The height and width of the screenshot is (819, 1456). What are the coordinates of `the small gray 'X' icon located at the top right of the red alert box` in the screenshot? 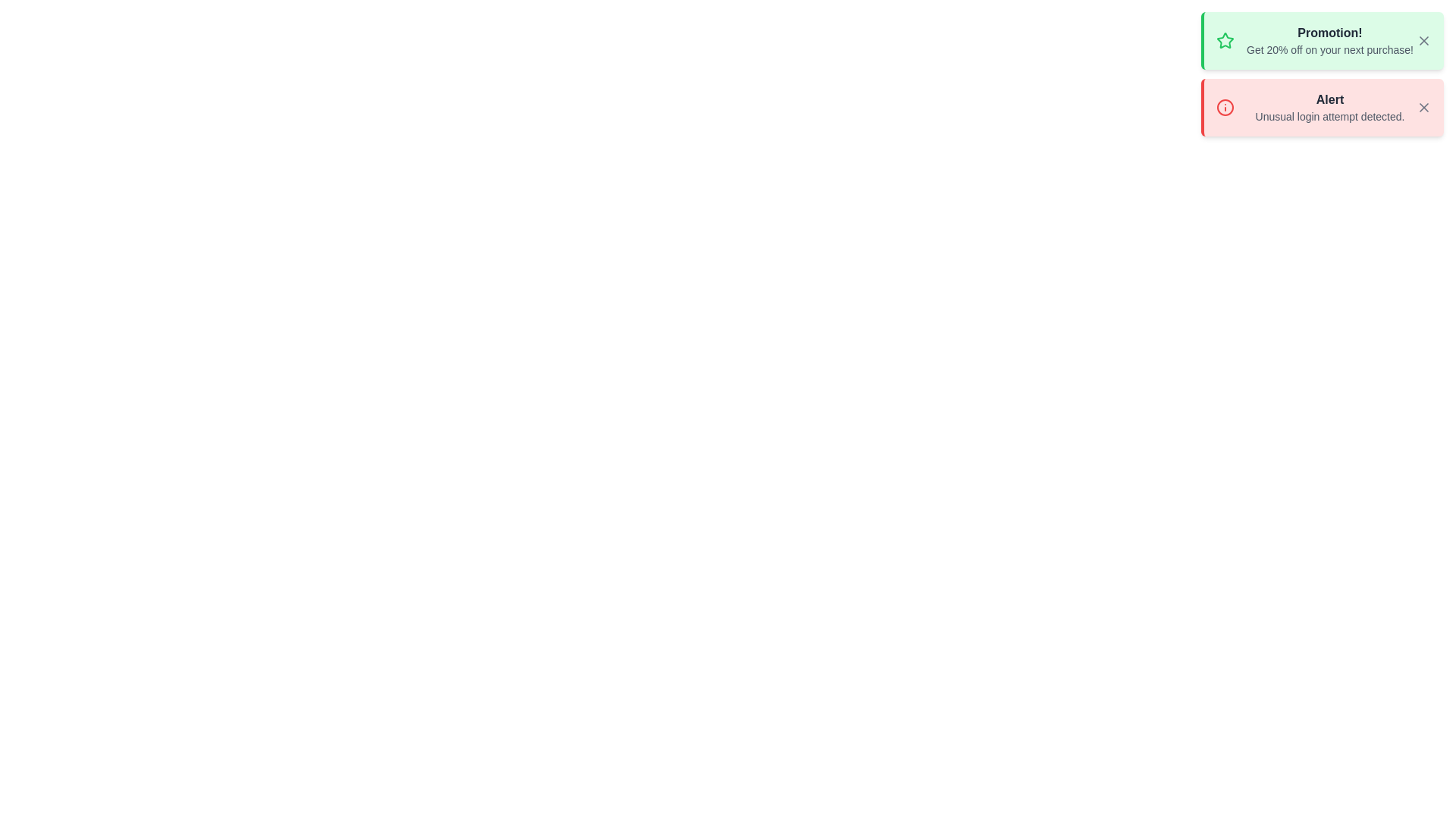 It's located at (1423, 107).